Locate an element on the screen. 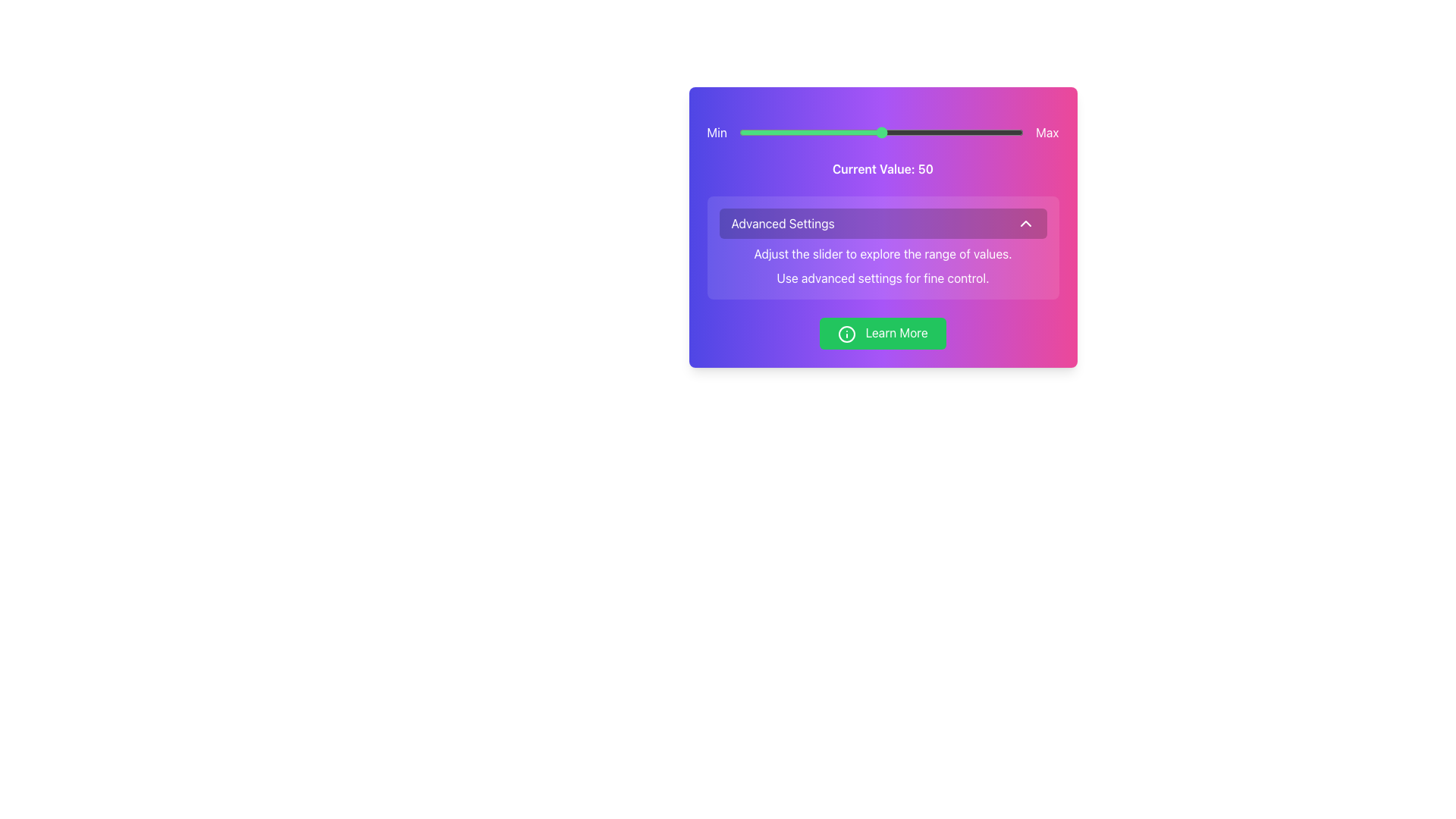 The width and height of the screenshot is (1456, 819). the informational panel located below 'Current Value: 50' and above the 'Learn More' button is located at coordinates (883, 247).